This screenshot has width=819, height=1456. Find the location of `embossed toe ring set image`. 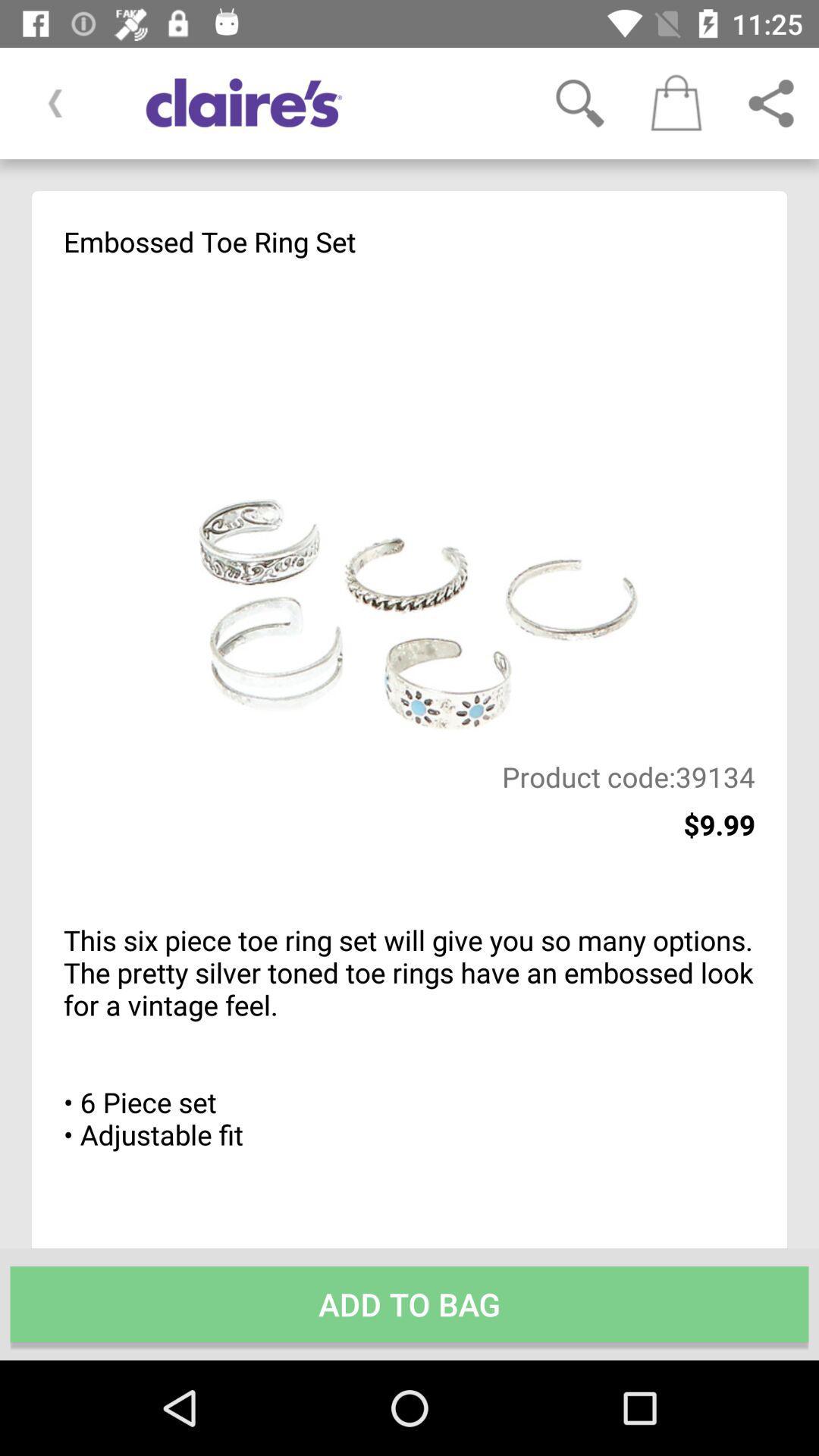

embossed toe ring set image is located at coordinates (409, 510).